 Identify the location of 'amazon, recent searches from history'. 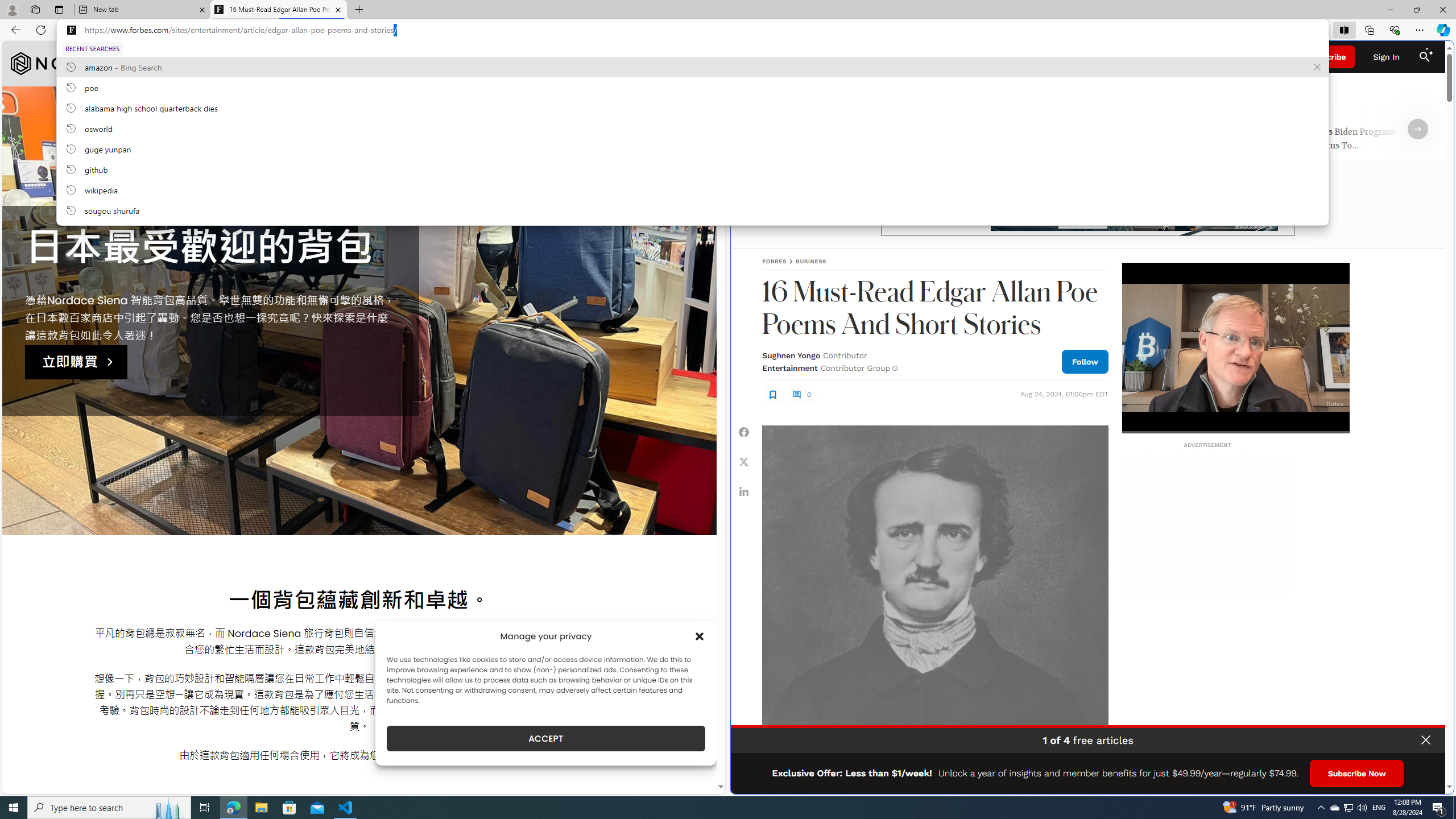
(692, 66).